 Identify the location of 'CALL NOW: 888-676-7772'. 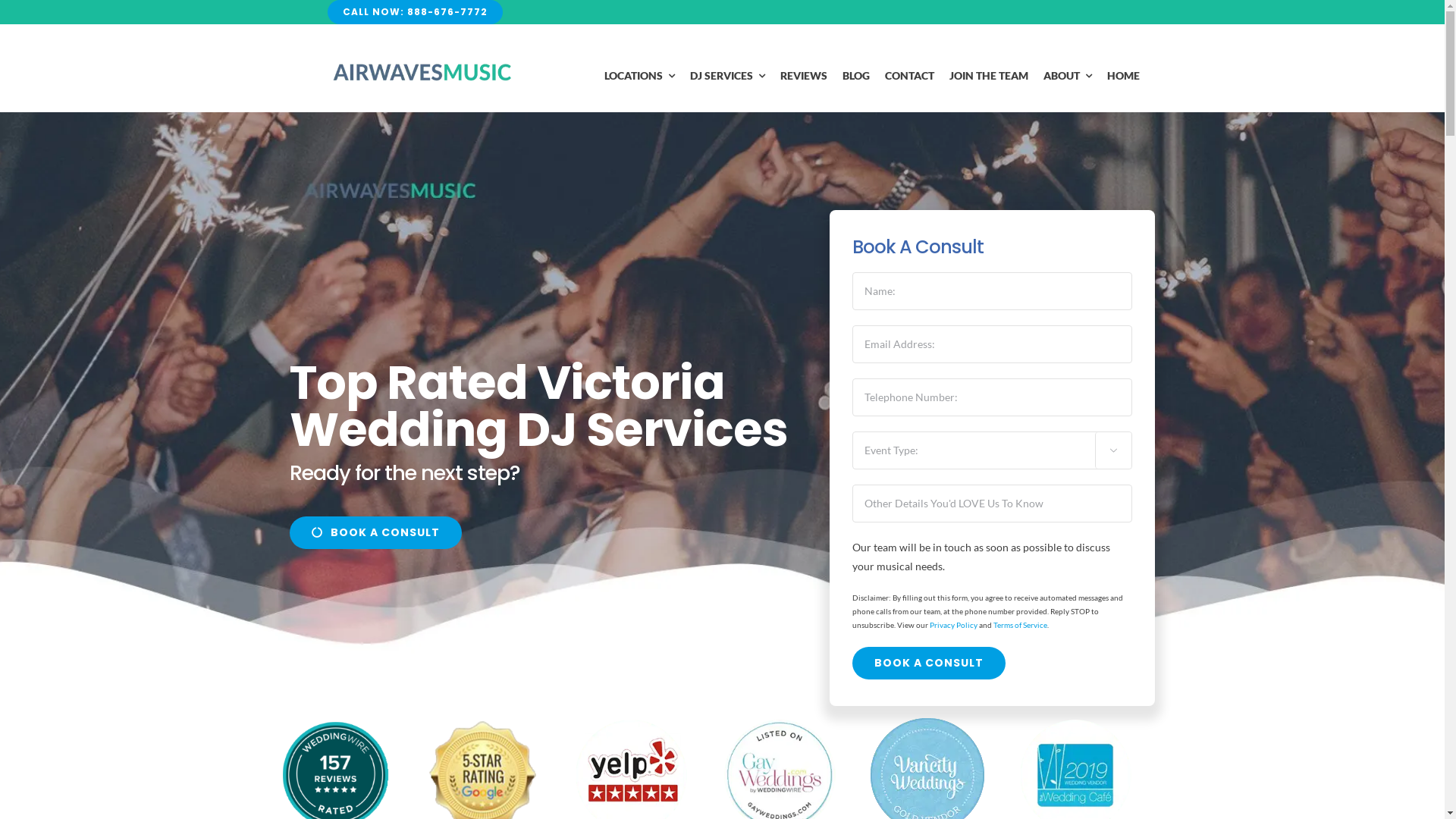
(415, 11).